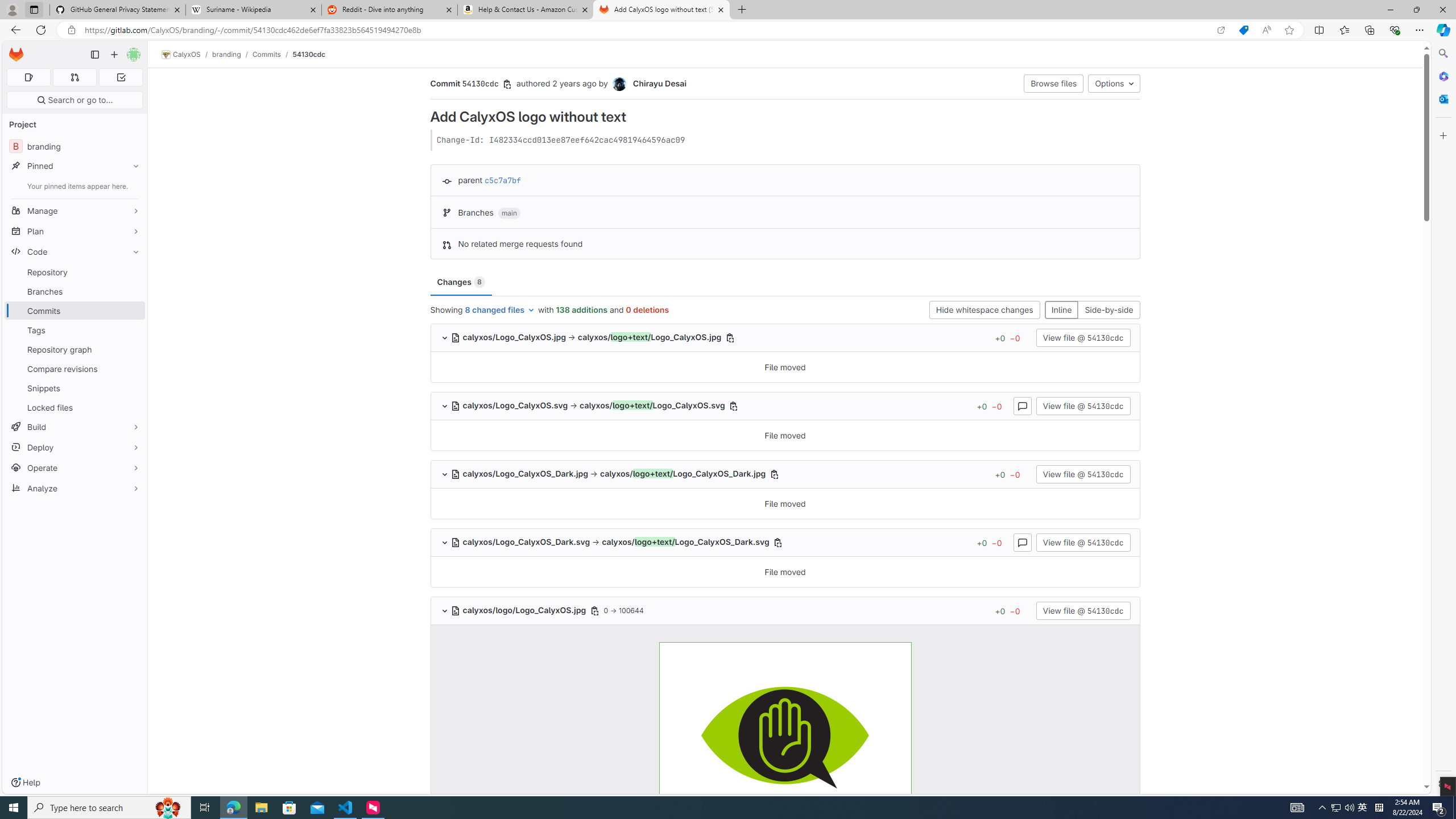 Image resolution: width=1456 pixels, height=819 pixels. Describe the element at coordinates (519, 610) in the screenshot. I see `'calyxos/logo/Logo_CalyxOS.jpg '` at that location.